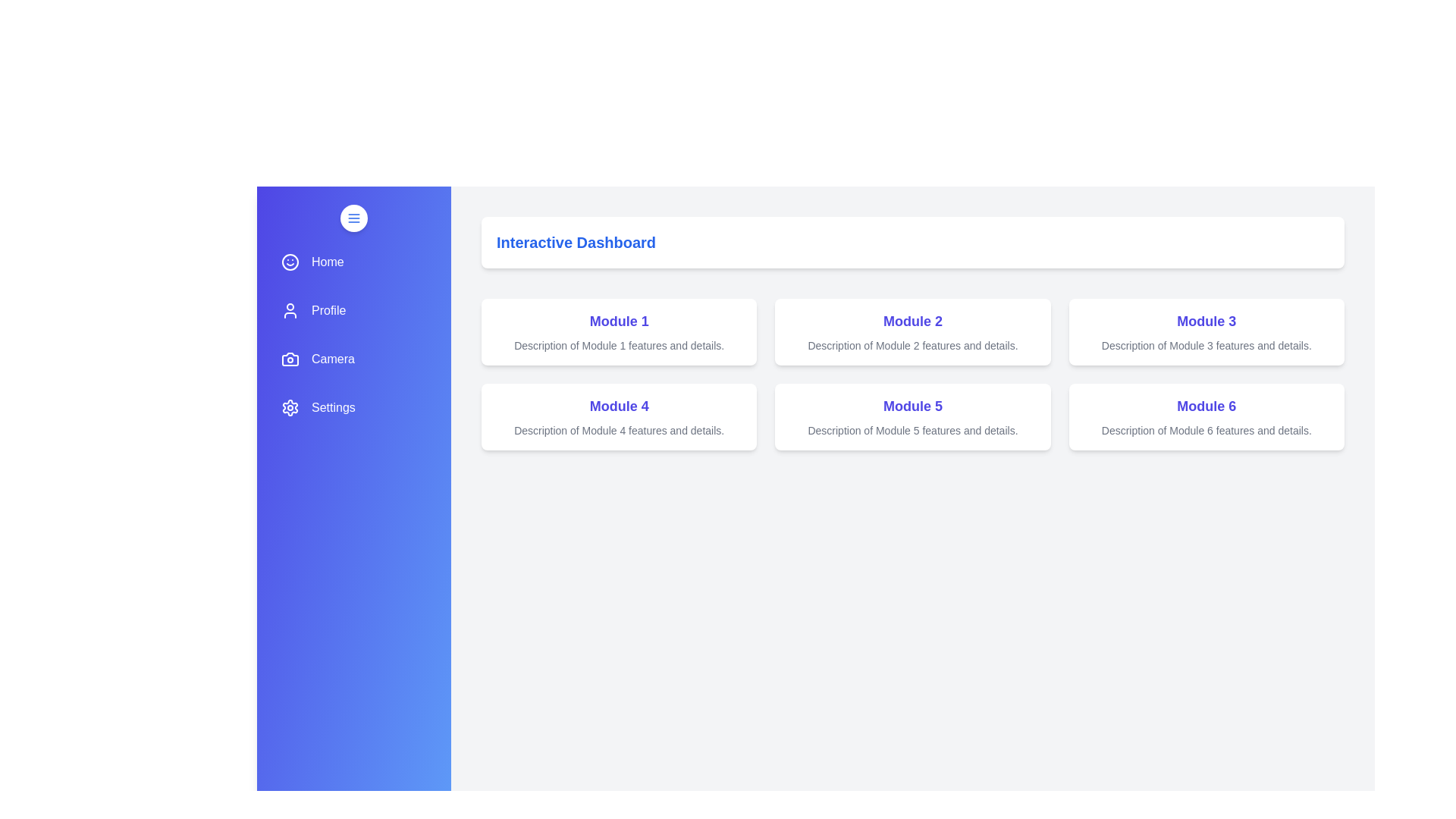  Describe the element at coordinates (353, 262) in the screenshot. I see `the navigation button` at that location.